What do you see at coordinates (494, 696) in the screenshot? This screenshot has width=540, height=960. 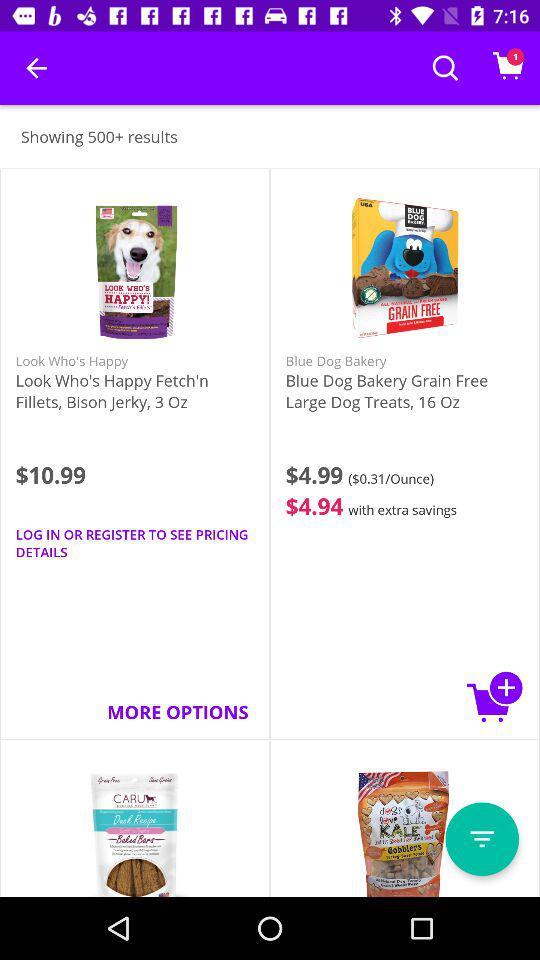 I see `to cart` at bounding box center [494, 696].